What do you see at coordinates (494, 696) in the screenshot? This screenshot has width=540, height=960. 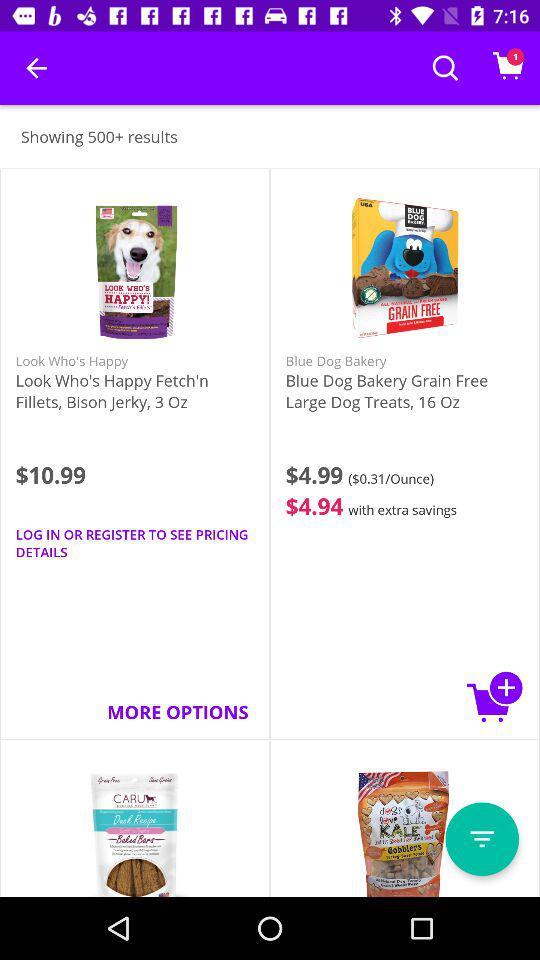 I see `to cart` at bounding box center [494, 696].